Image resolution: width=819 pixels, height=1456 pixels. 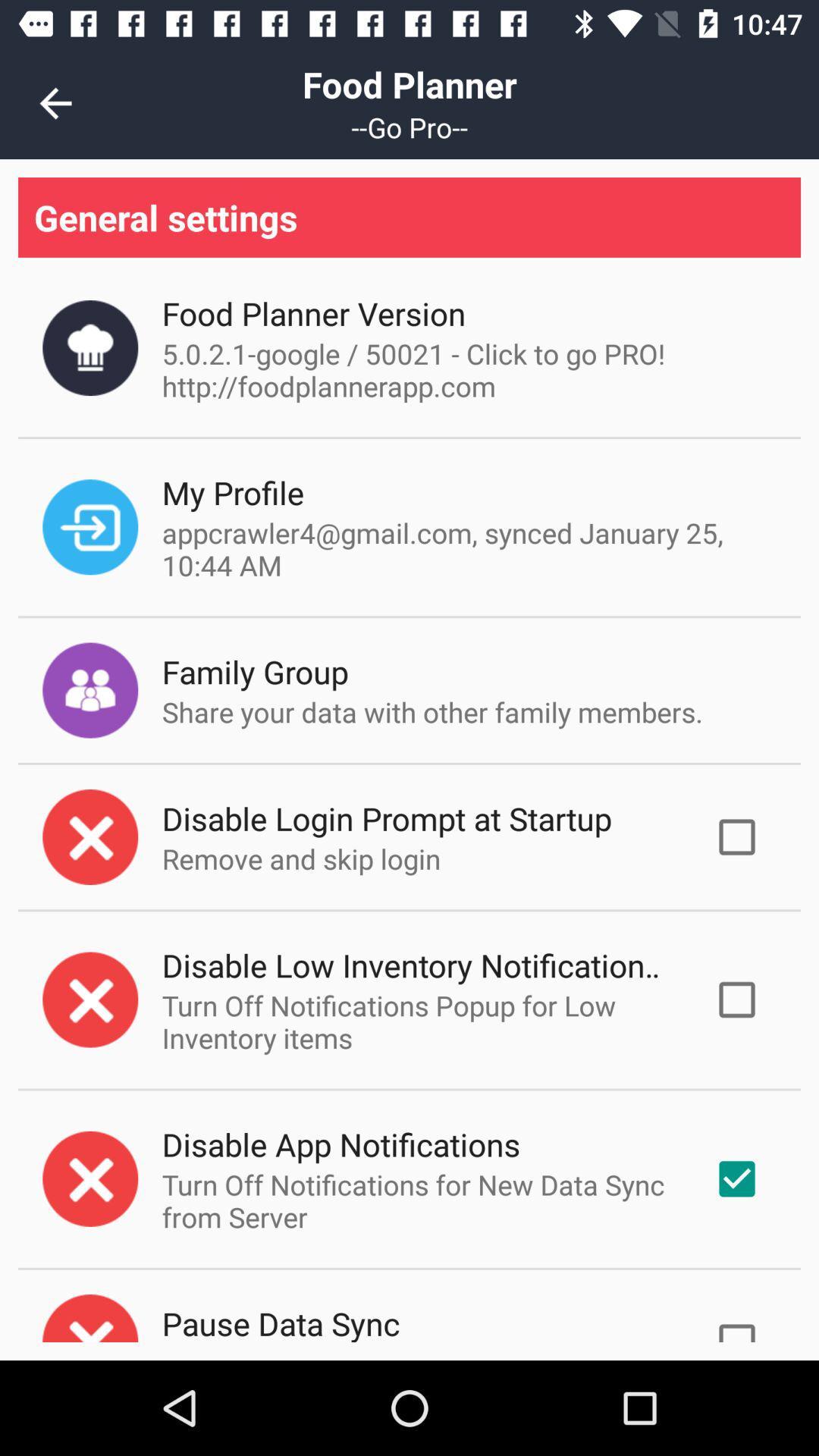 I want to click on the item above disable low inventory icon, so click(x=301, y=858).